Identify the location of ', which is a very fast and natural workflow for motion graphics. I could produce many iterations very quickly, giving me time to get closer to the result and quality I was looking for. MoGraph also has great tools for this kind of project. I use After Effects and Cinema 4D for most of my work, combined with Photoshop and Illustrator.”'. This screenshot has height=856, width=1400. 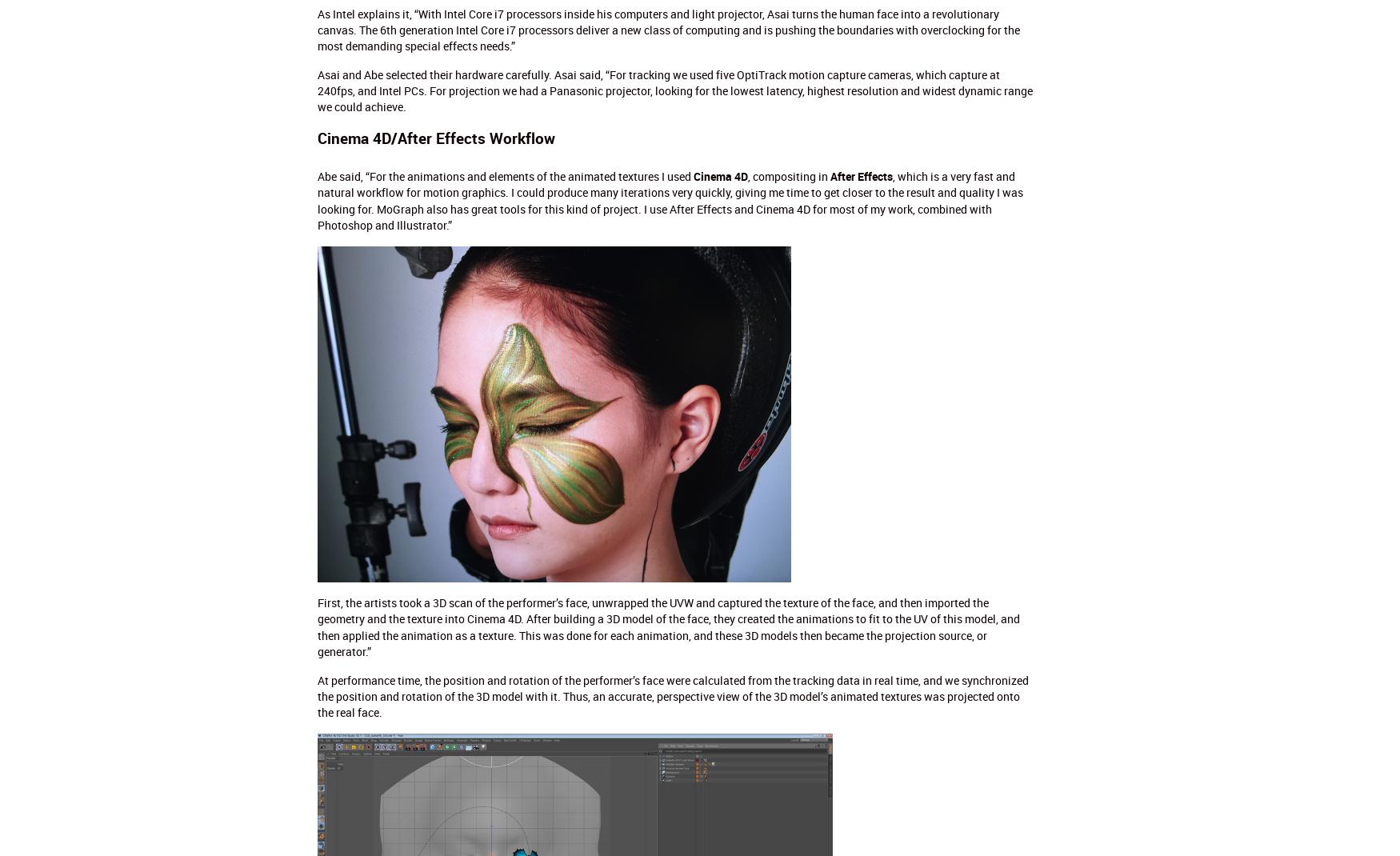
(670, 199).